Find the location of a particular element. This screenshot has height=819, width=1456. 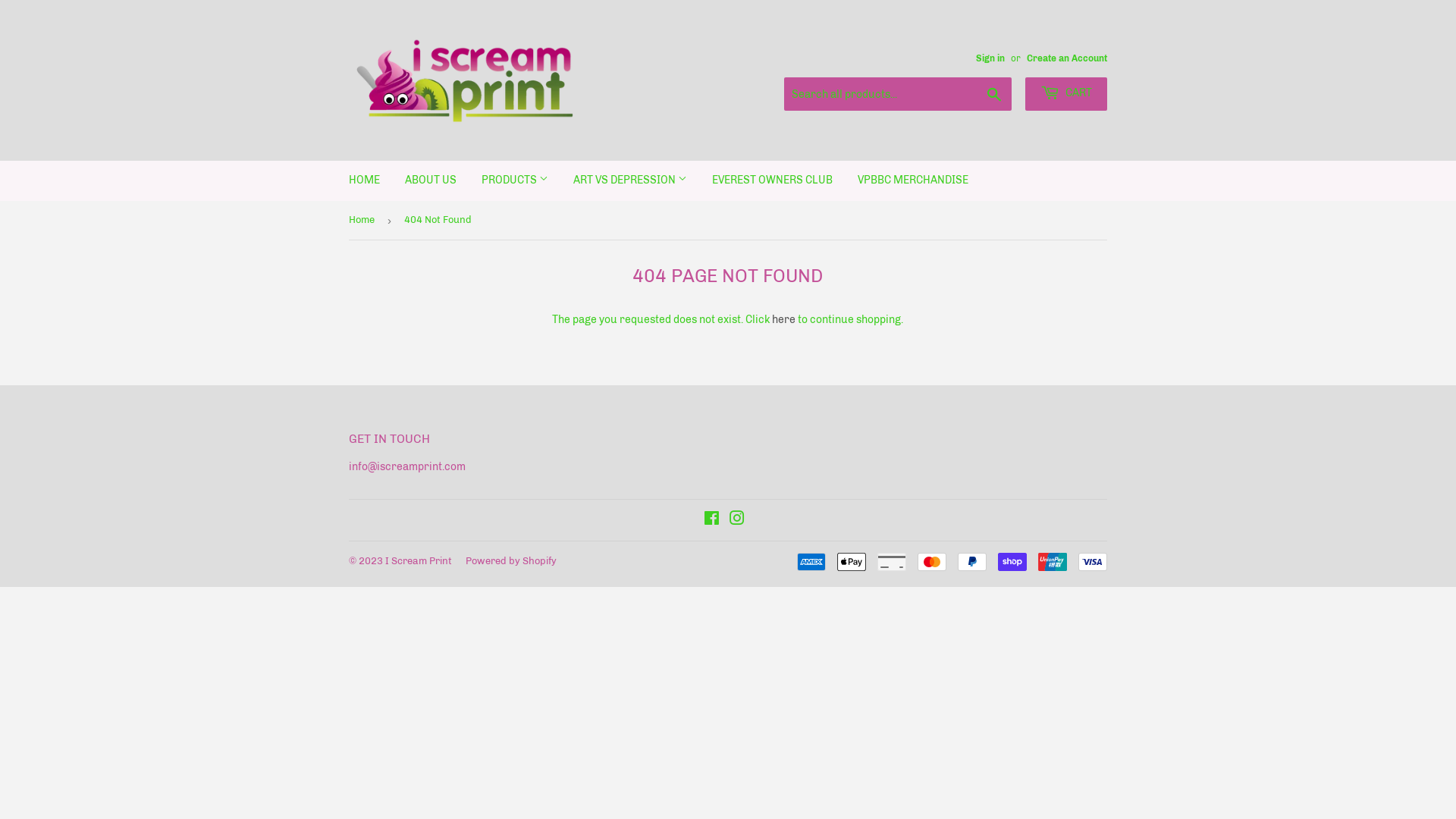

'ART VS DEPRESSION' is located at coordinates (629, 180).